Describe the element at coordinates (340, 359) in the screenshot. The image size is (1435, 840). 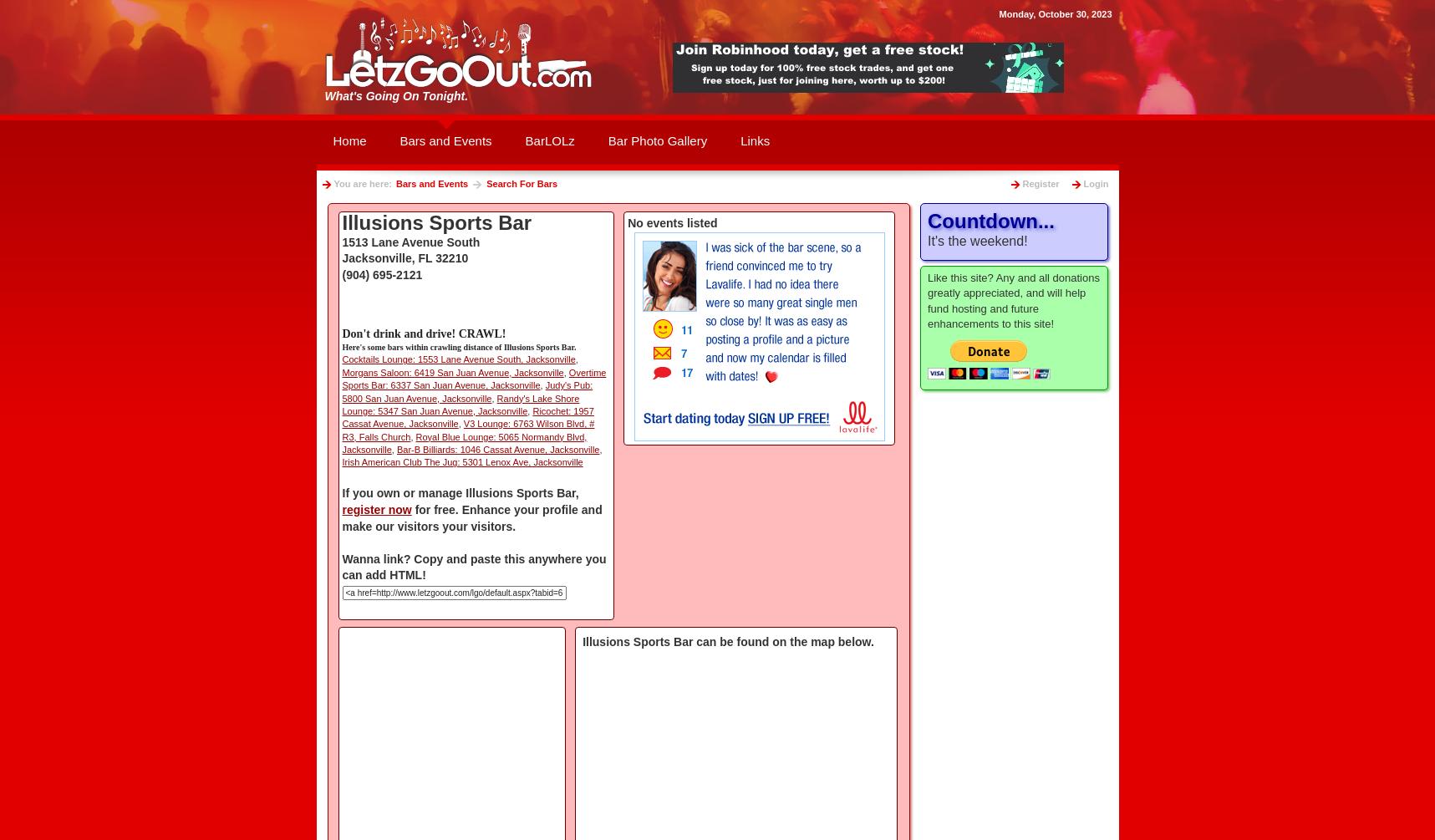
I see `'Cocktails Lounge: 1553 Lane Avenue South, Jacksonville'` at that location.